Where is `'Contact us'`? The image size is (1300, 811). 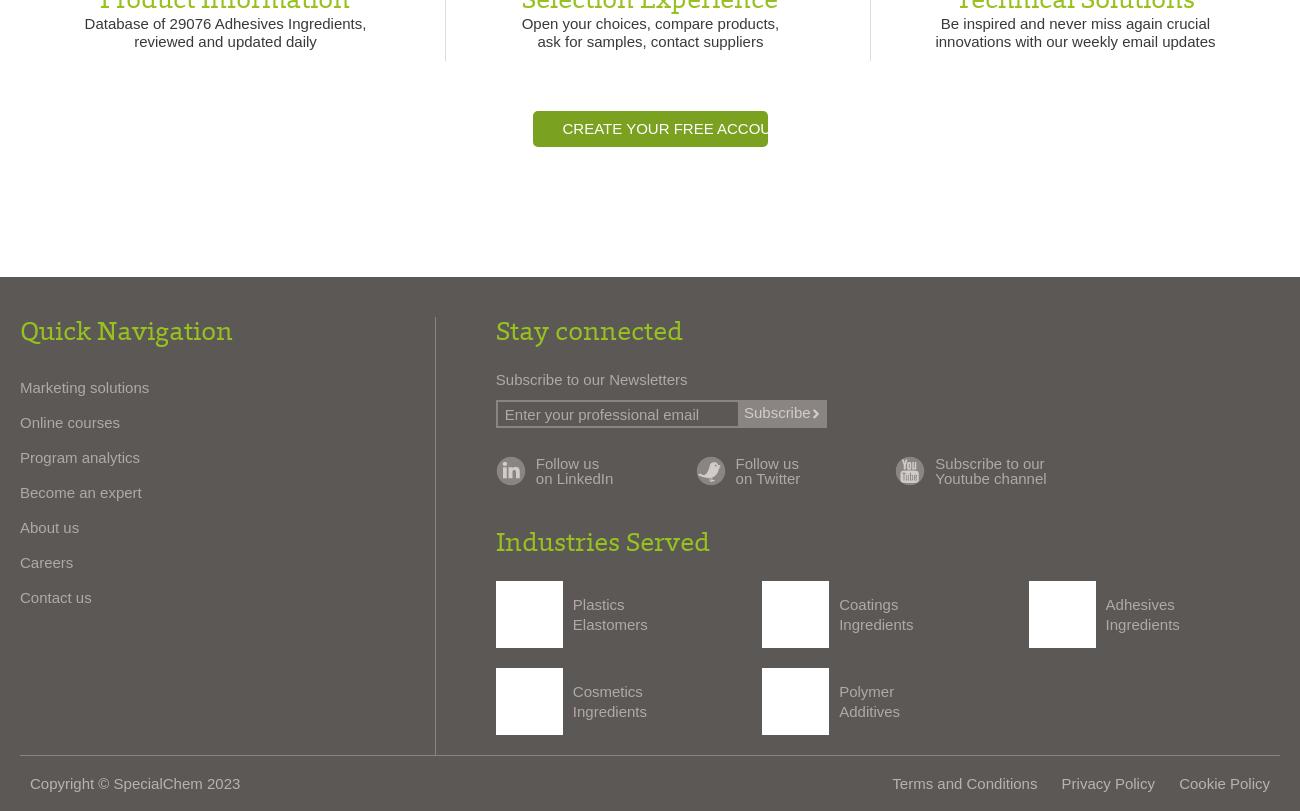
'Contact us' is located at coordinates (55, 596).